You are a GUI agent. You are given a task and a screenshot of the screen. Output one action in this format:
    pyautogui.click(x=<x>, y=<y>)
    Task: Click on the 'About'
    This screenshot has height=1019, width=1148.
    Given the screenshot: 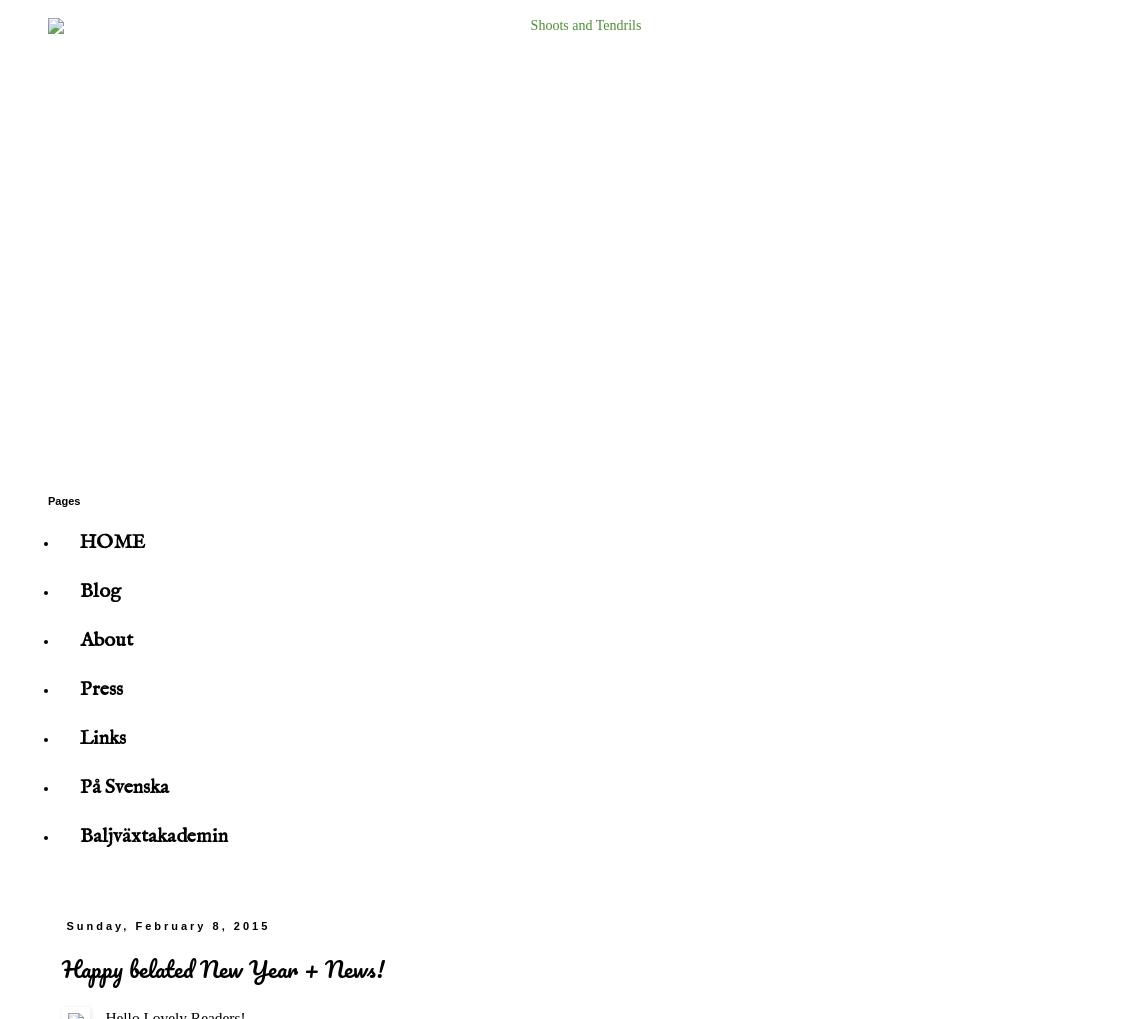 What is the action you would take?
    pyautogui.click(x=106, y=640)
    